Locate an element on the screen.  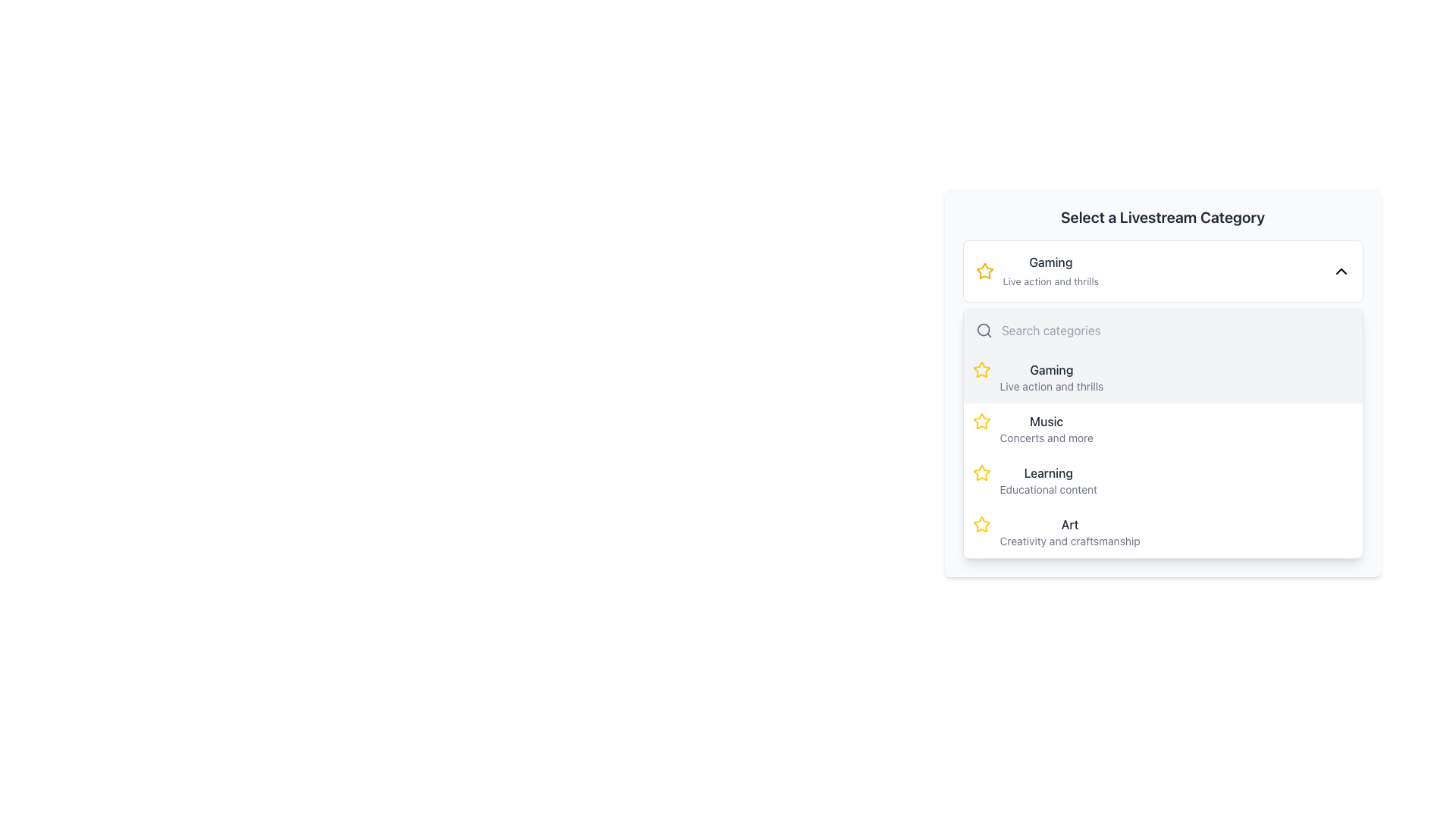
the header text label 'Select a Livestream Category' which is the topmost element in a card layout, centered horizontally at the top of the card is located at coordinates (1162, 217).